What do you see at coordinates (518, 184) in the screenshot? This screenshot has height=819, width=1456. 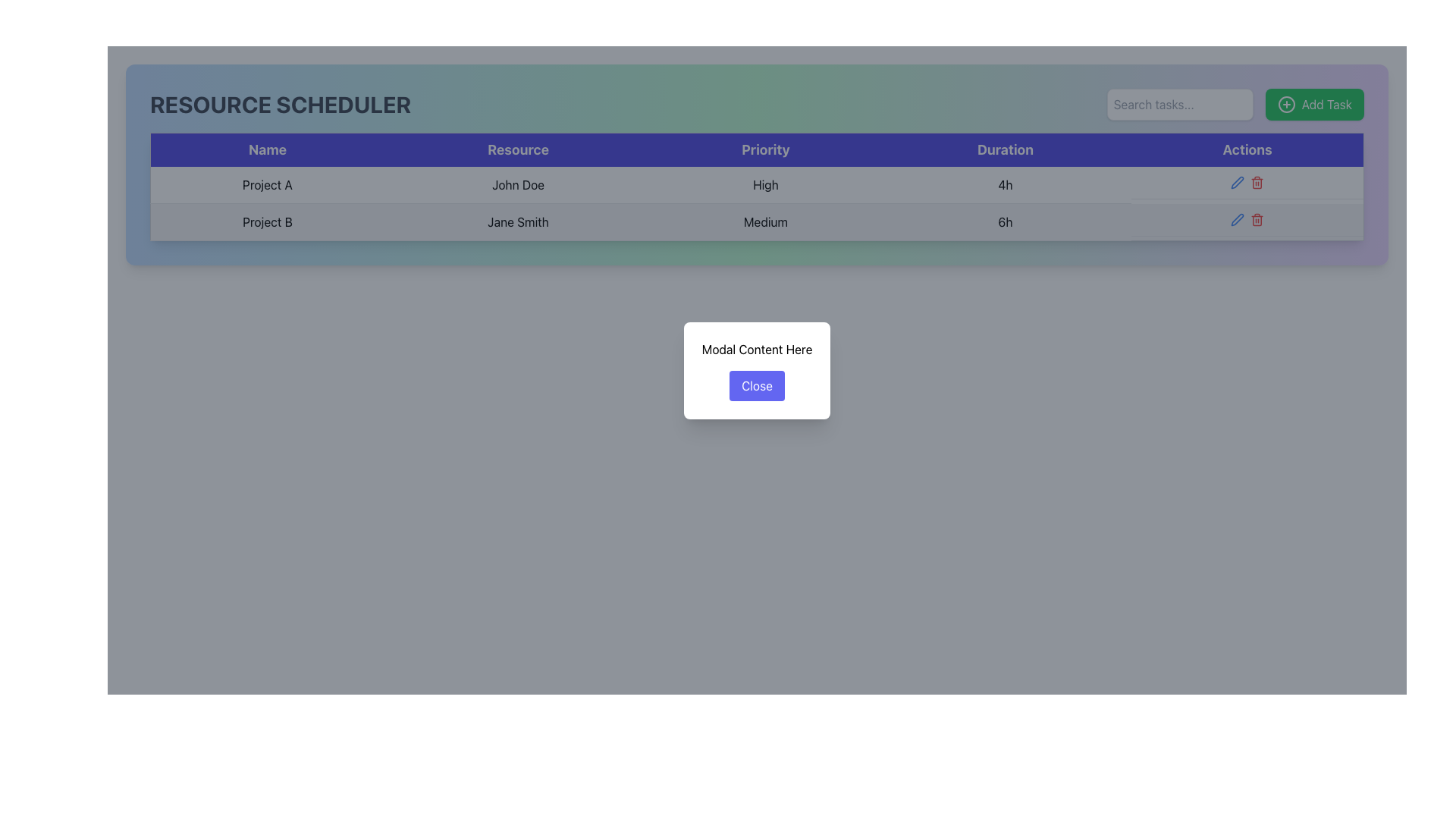 I see `the Text cell displaying 'John Doe' in the second column labeled 'Resource' of the table under the 'Resource Scheduler' header` at bounding box center [518, 184].